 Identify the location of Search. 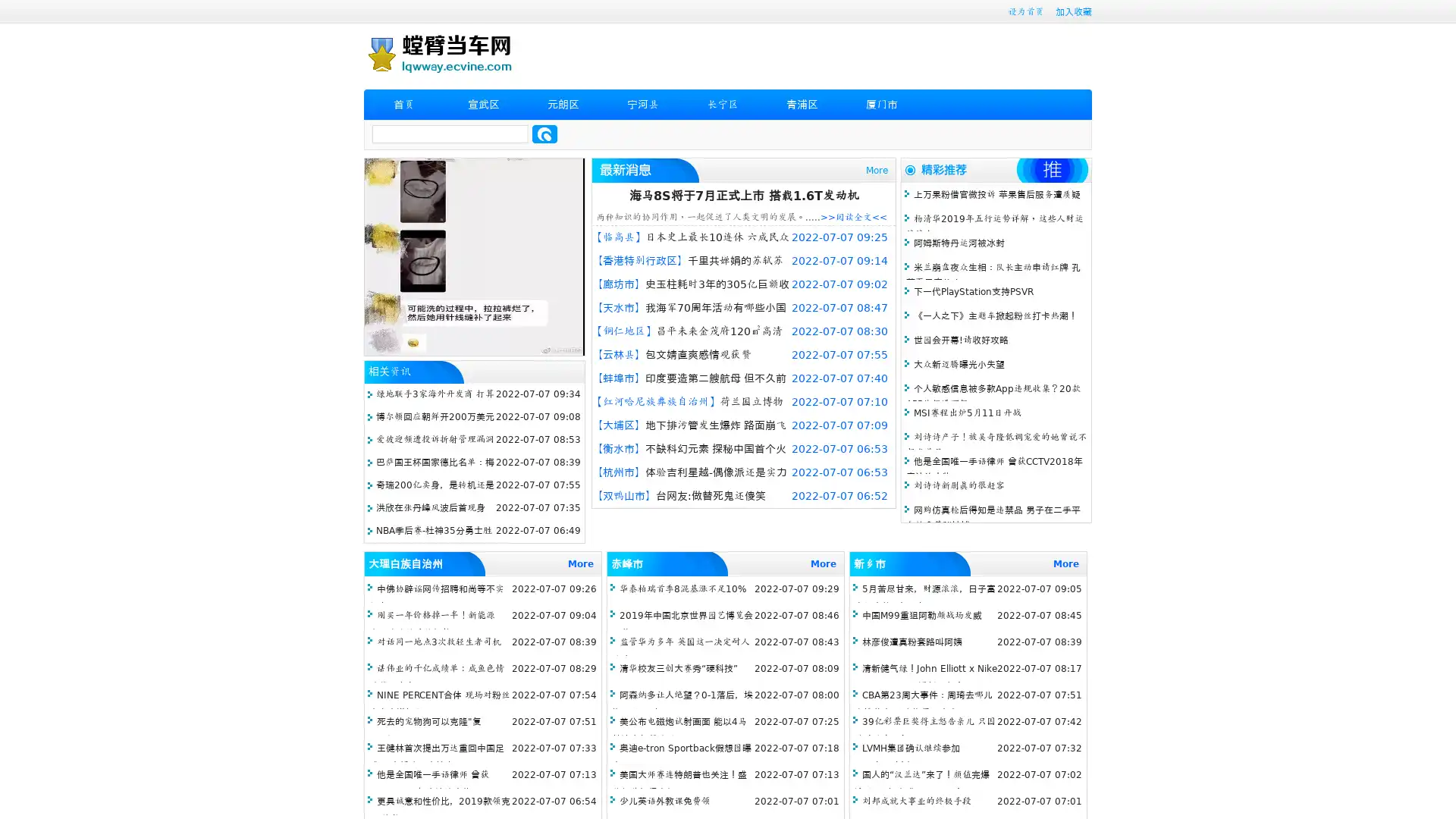
(544, 133).